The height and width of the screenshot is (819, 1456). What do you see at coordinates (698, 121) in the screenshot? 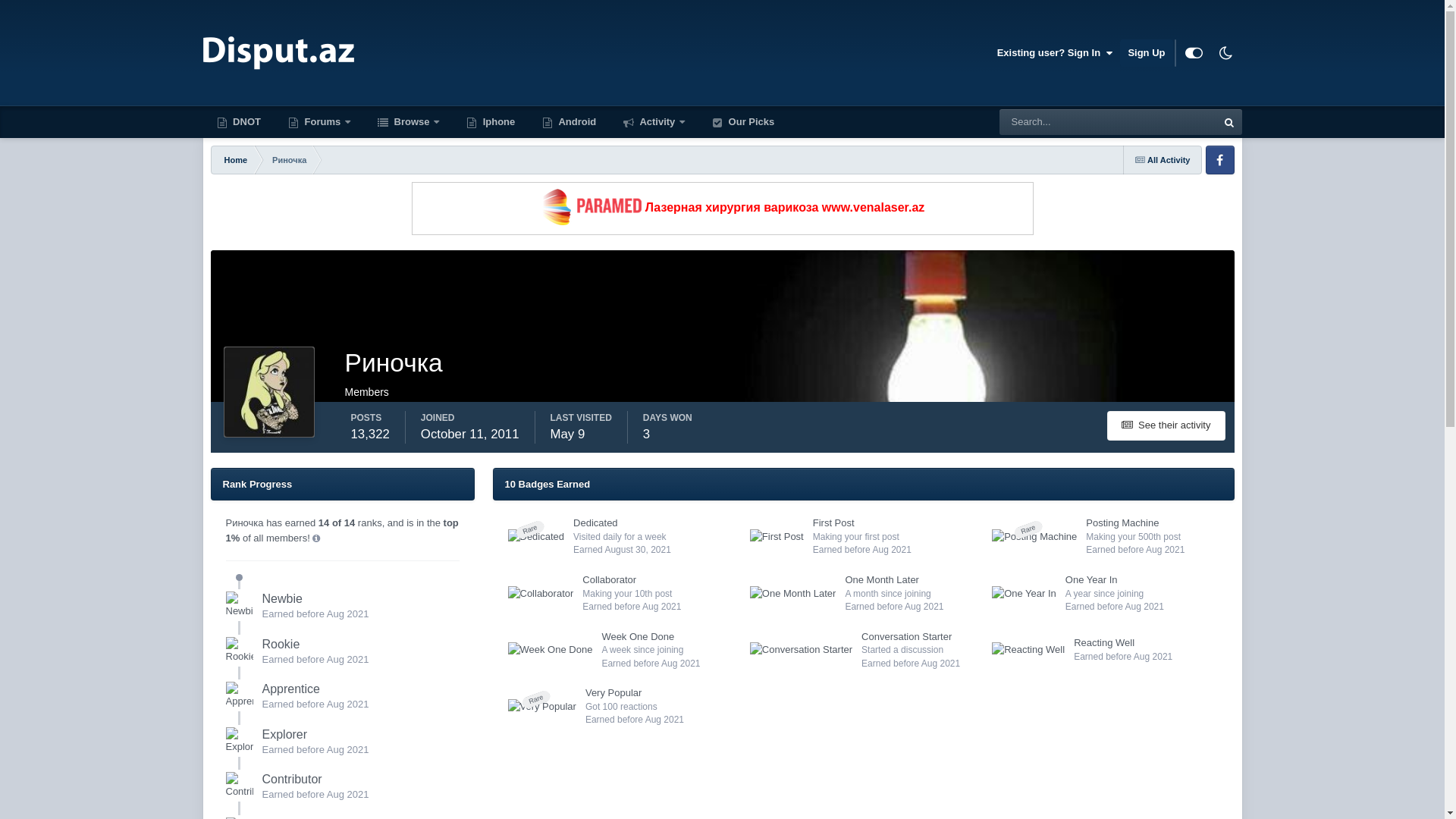
I see `'Our Picks'` at bounding box center [698, 121].